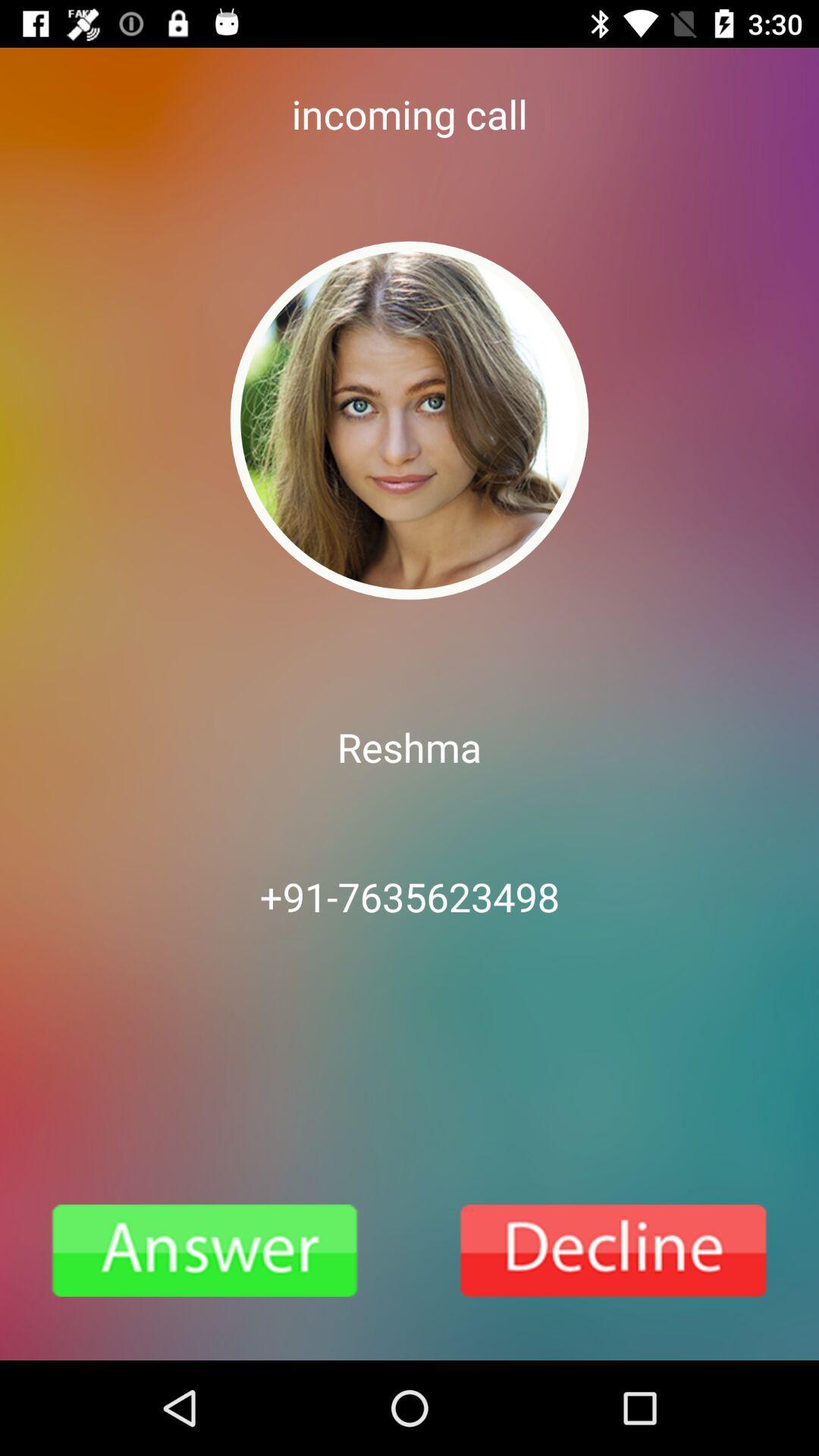 The height and width of the screenshot is (1456, 819). What do you see at coordinates (614, 1250) in the screenshot?
I see `decline call` at bounding box center [614, 1250].